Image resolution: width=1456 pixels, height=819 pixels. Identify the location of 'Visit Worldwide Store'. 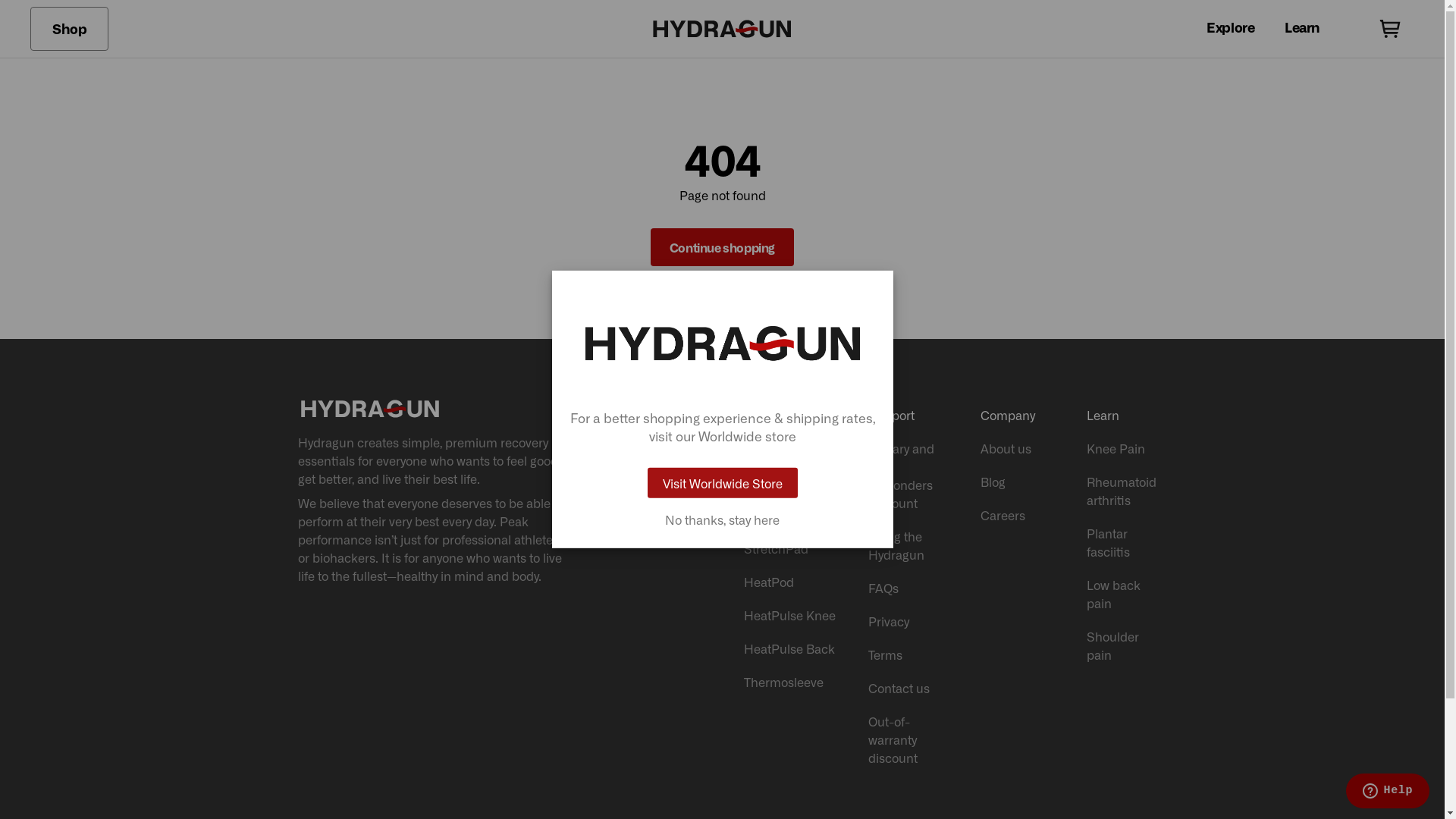
(722, 482).